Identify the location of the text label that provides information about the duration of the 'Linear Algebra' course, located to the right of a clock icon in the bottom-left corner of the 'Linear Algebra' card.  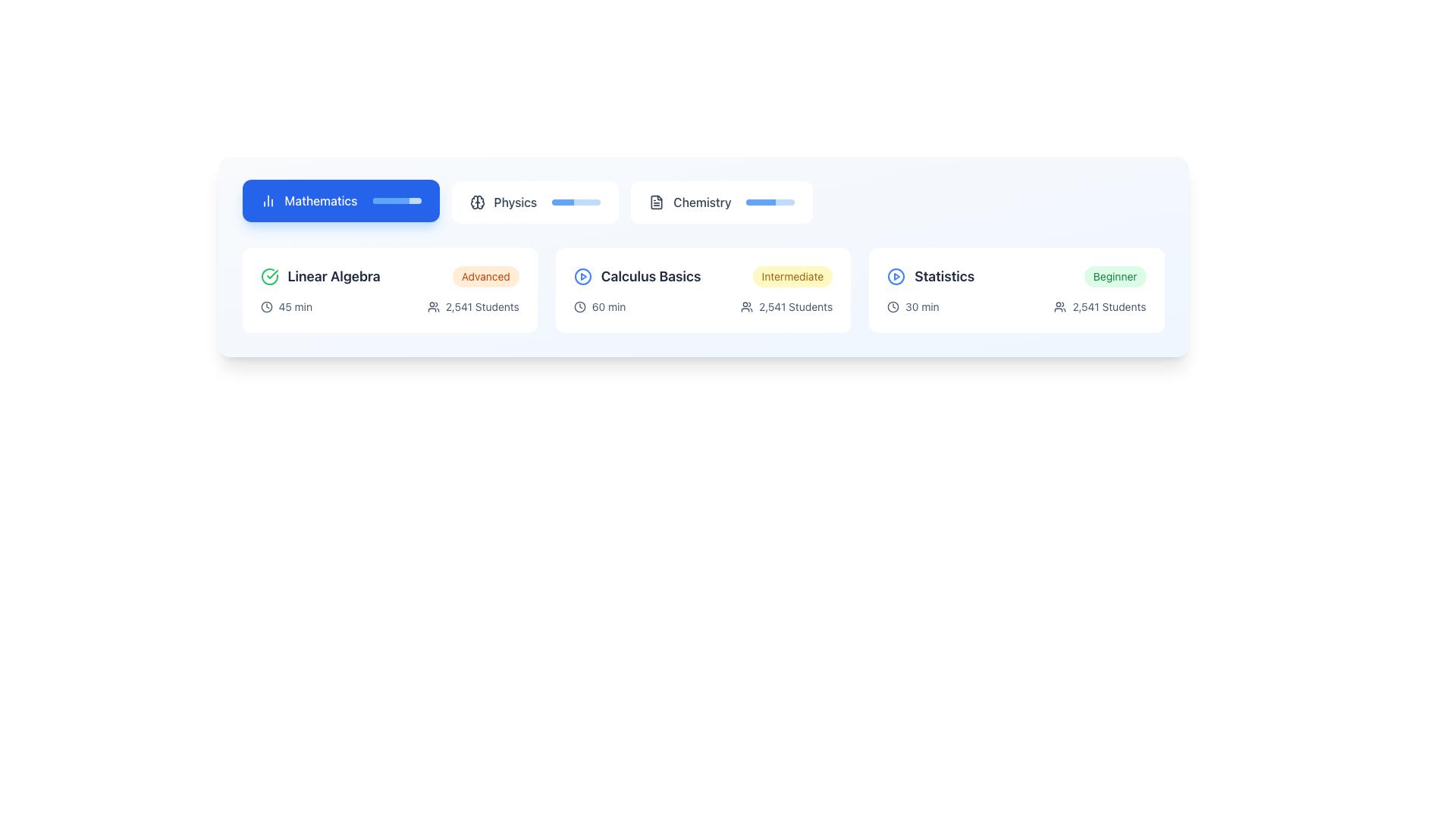
(295, 307).